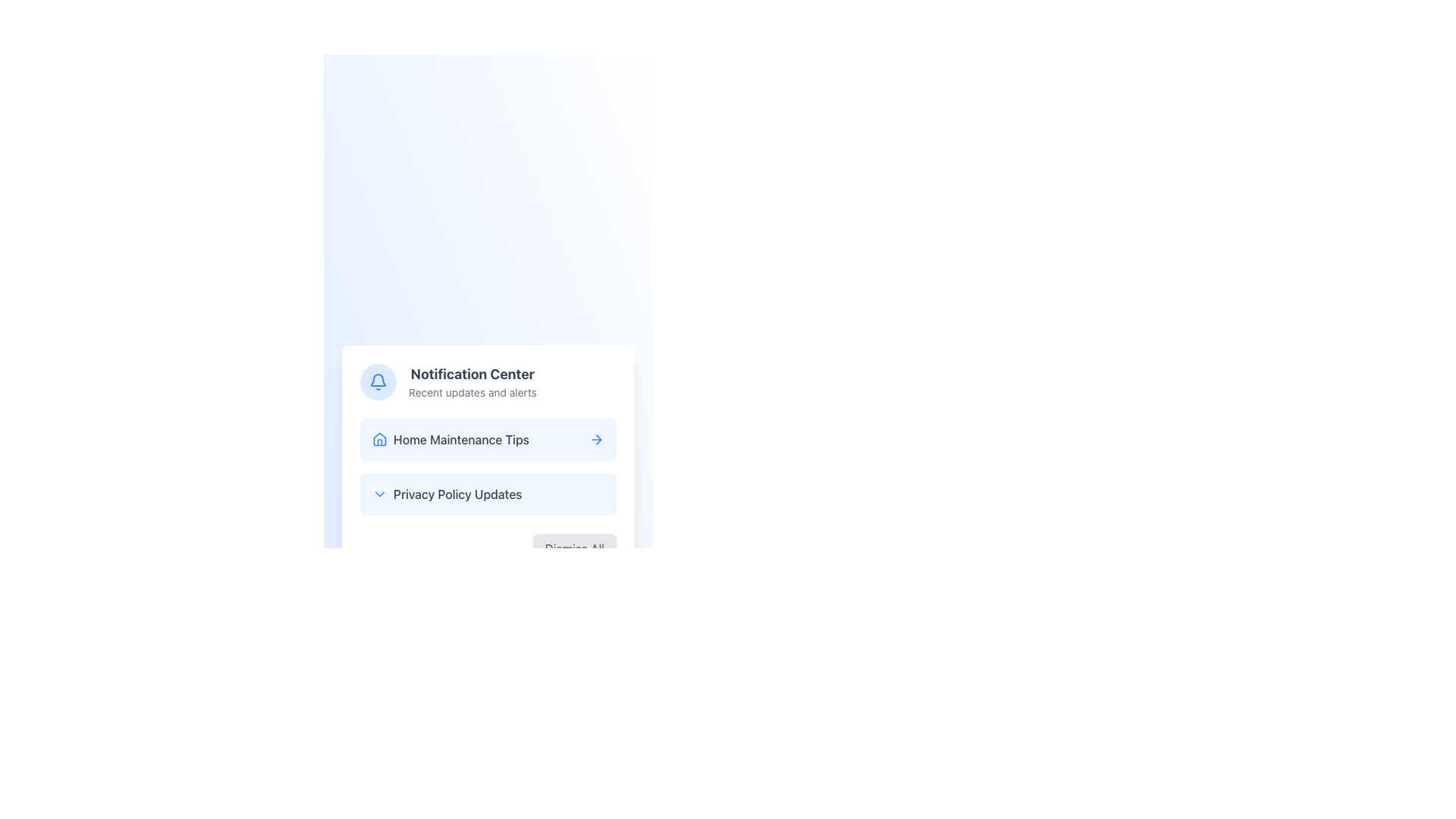 The width and height of the screenshot is (1456, 819). What do you see at coordinates (573, 549) in the screenshot?
I see `the clear notifications button located at the bottom-right corner of the notification interface to observe interactions` at bounding box center [573, 549].